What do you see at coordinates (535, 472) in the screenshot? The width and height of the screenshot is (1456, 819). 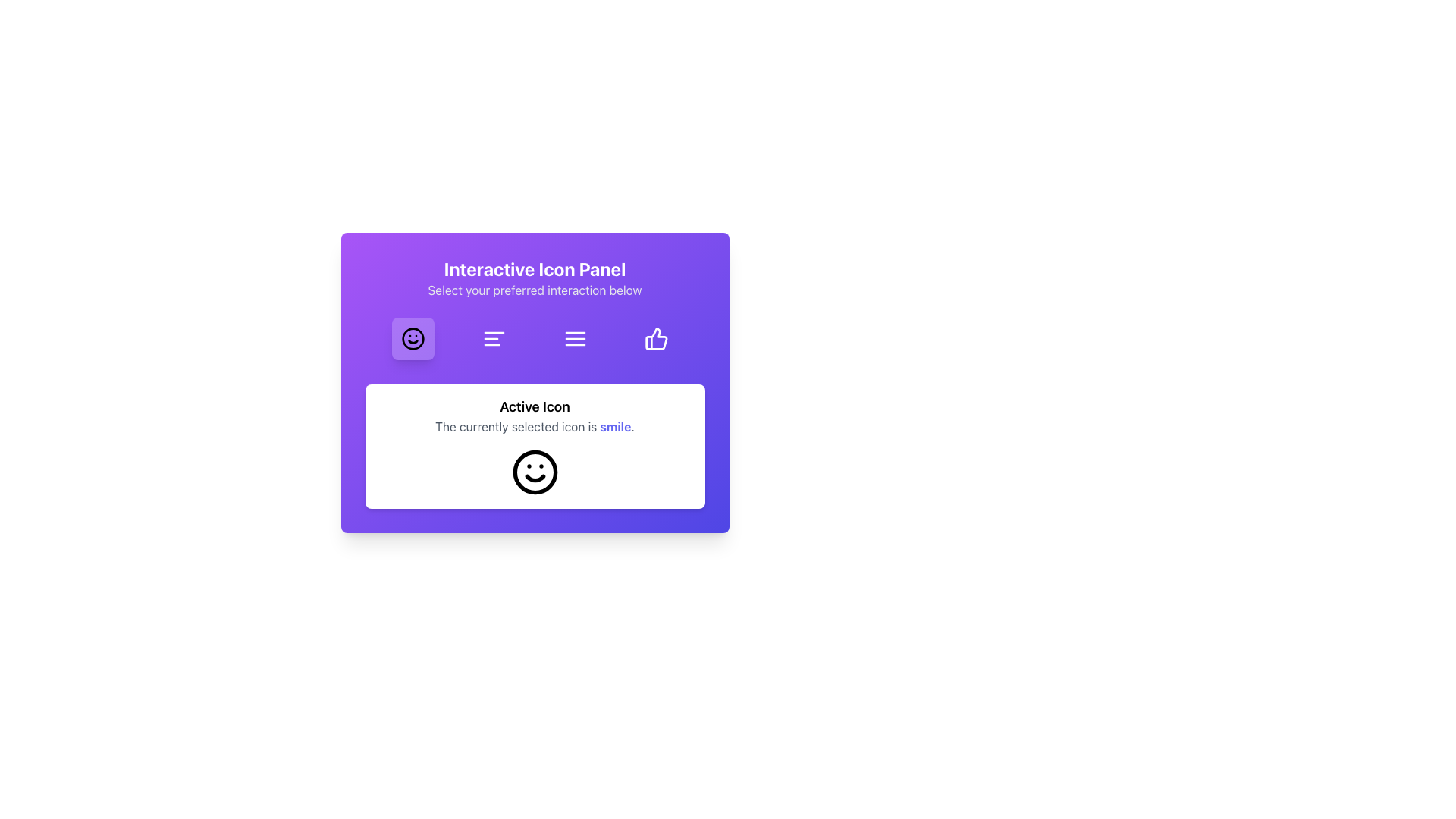 I see `the 'smile' icon which indicates a selected or active state within the interface` at bounding box center [535, 472].